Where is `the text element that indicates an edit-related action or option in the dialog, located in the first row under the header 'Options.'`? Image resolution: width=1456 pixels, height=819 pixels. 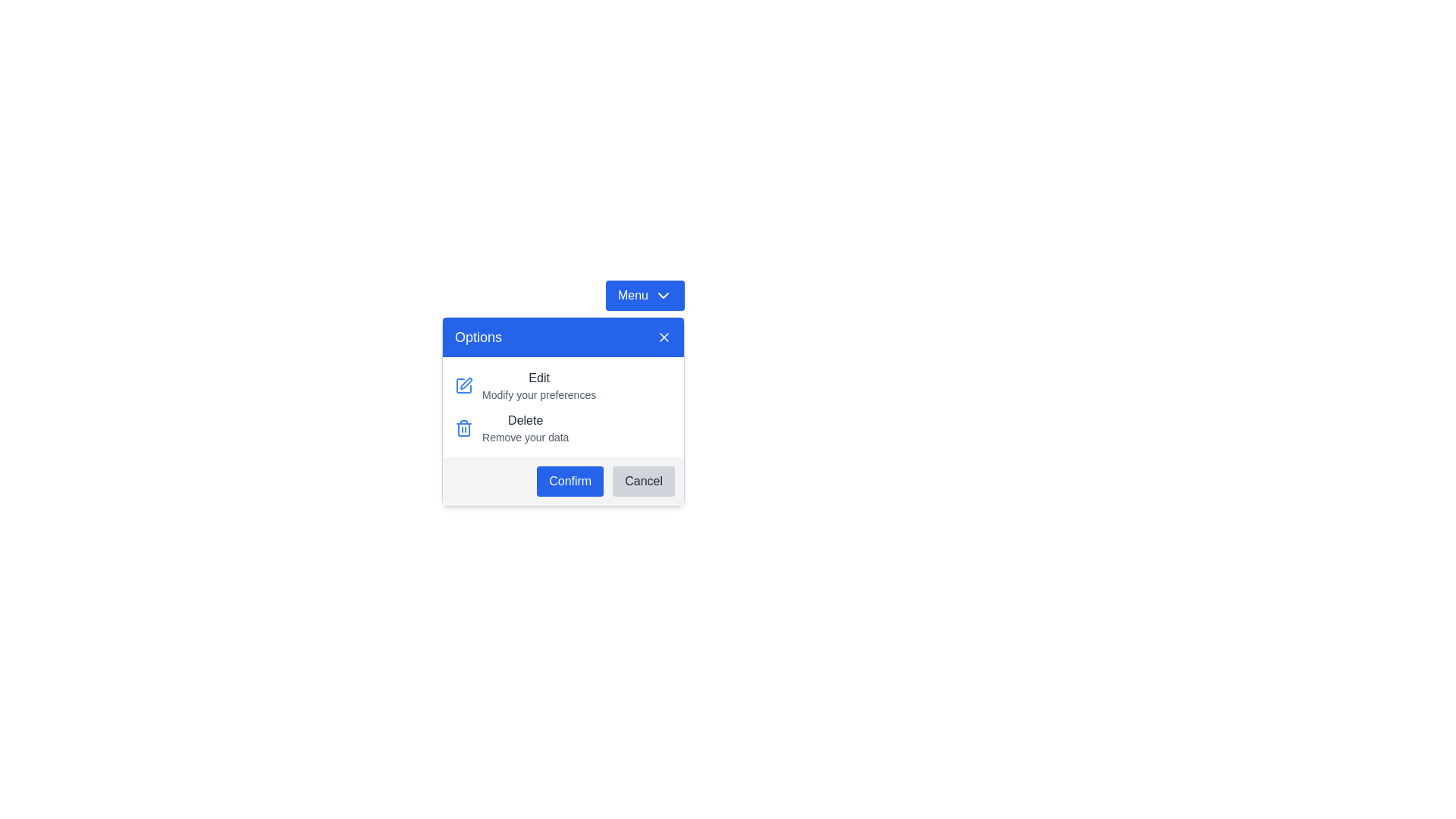 the text element that indicates an edit-related action or option in the dialog, located in the first row under the header 'Options.' is located at coordinates (539, 377).